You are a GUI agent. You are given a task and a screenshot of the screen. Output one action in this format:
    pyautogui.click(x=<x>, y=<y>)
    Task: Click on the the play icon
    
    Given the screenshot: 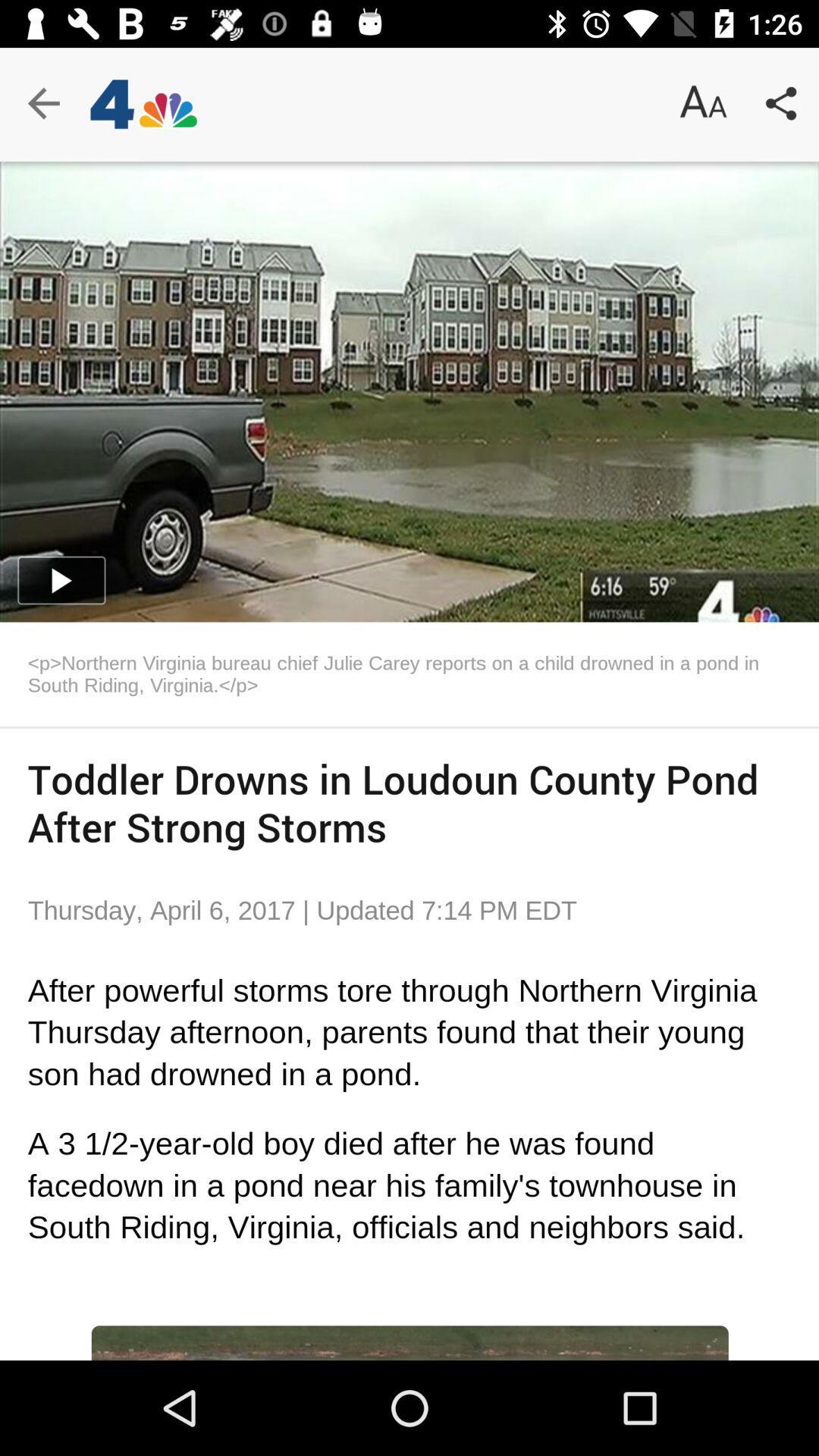 What is the action you would take?
    pyautogui.click(x=61, y=579)
    